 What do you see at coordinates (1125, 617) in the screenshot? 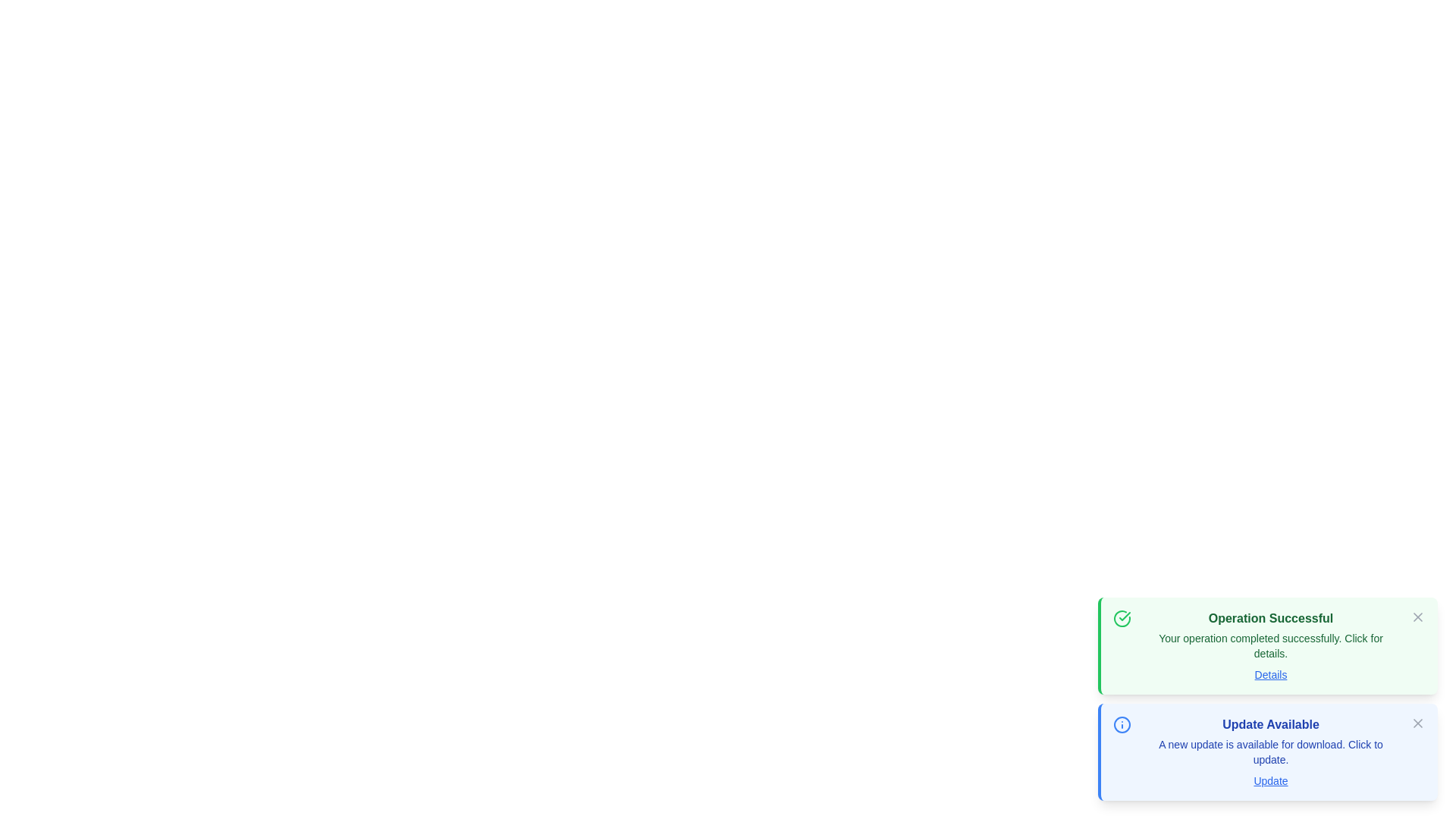
I see `the green checkmark icon located inside the green notification box near the top-left side of the notification, which serves as a visual indicator for successful operations or confirmations` at bounding box center [1125, 617].